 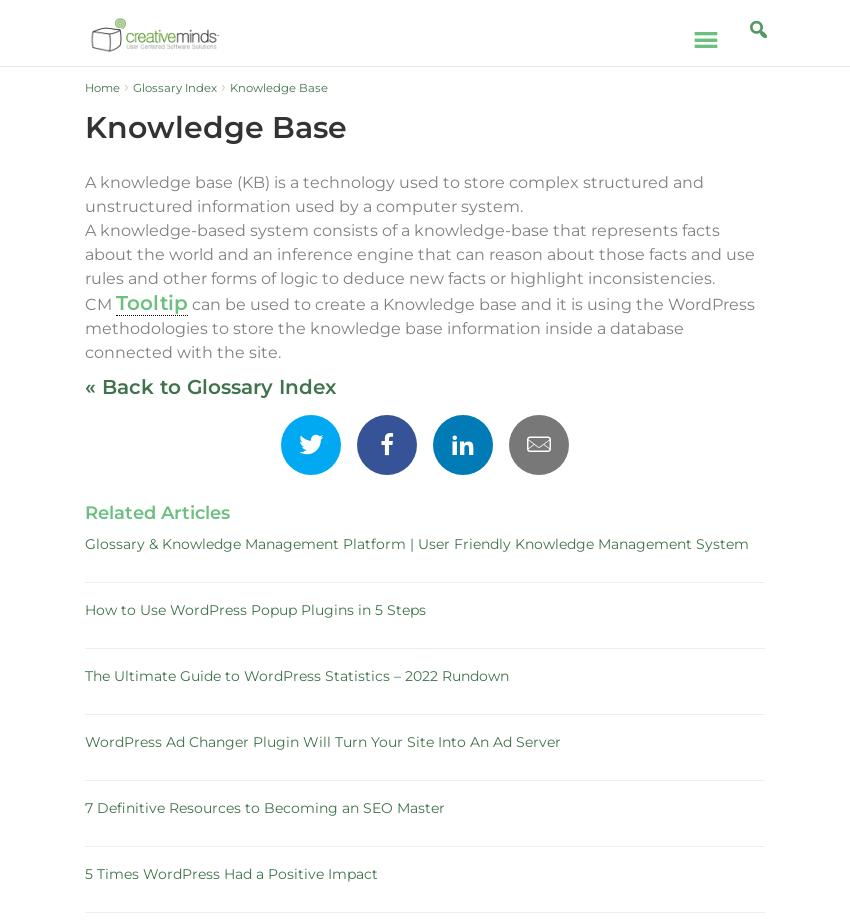 I want to click on 'A knowledge base (KB) is a technology used to store complex structured and unstructured information used by a computer system.', so click(x=394, y=194).